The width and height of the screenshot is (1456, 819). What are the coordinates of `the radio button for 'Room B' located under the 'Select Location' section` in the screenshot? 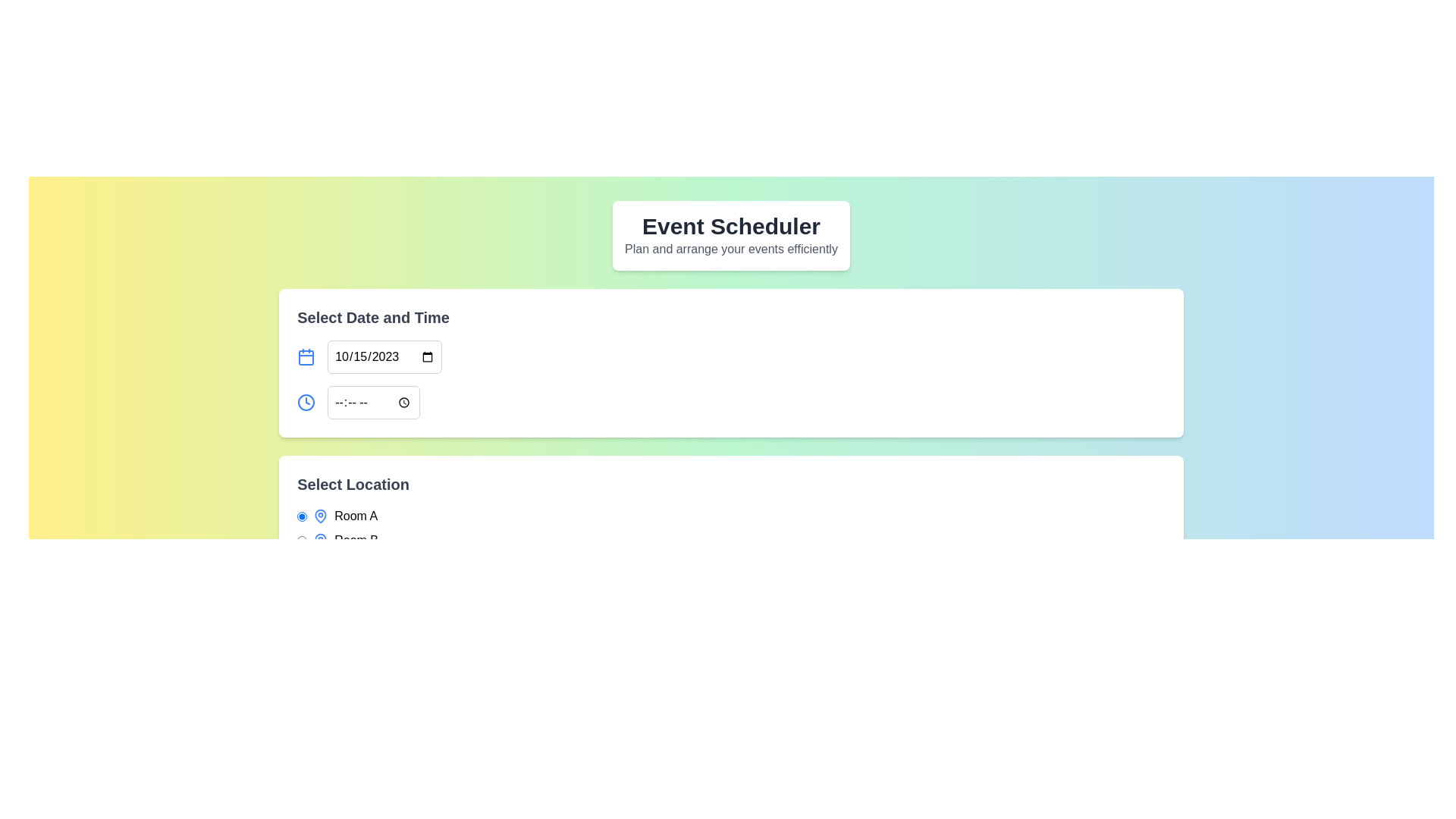 It's located at (302, 540).